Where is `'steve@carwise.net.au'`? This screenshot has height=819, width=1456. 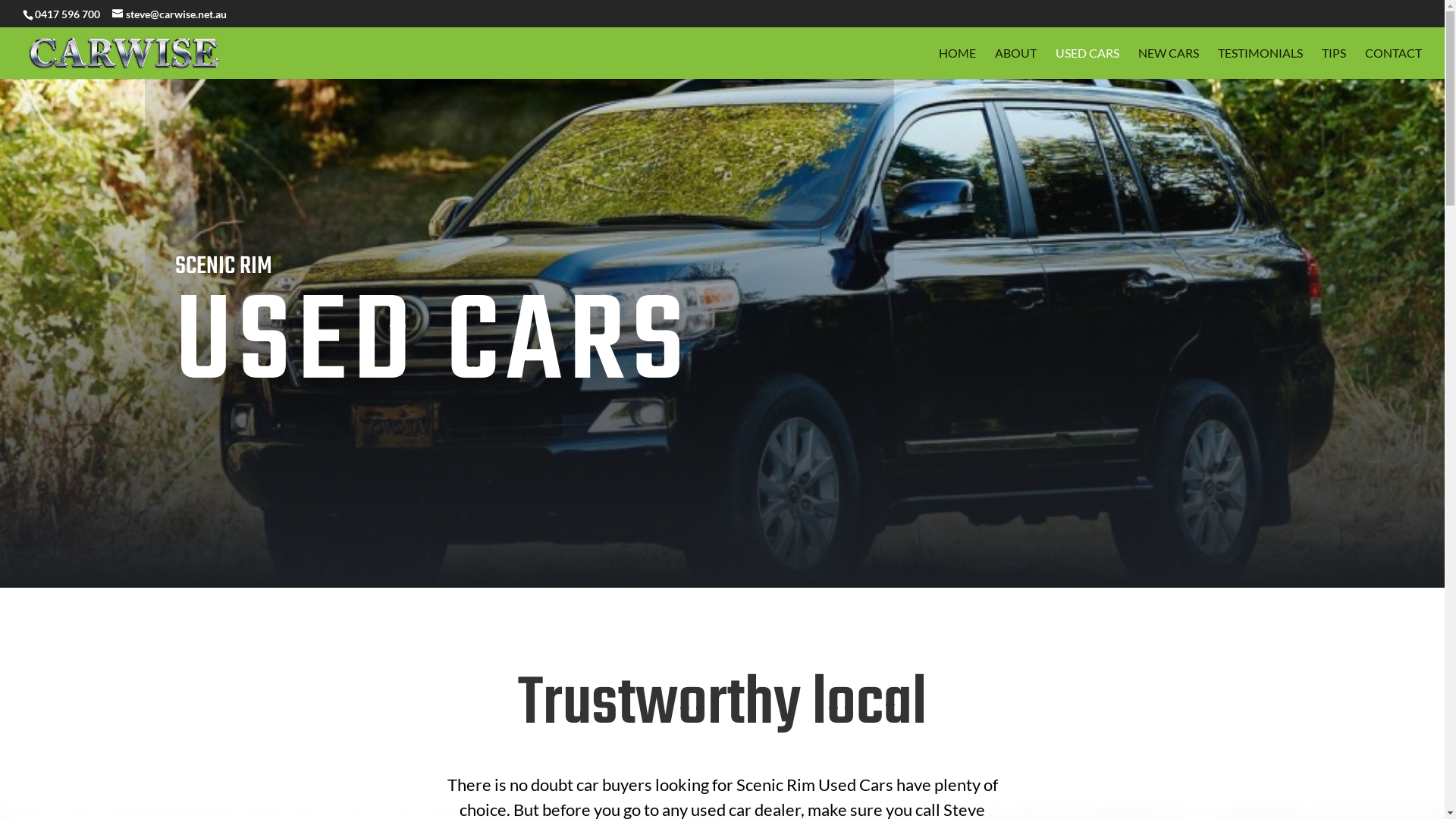
'steve@carwise.net.au' is located at coordinates (169, 14).